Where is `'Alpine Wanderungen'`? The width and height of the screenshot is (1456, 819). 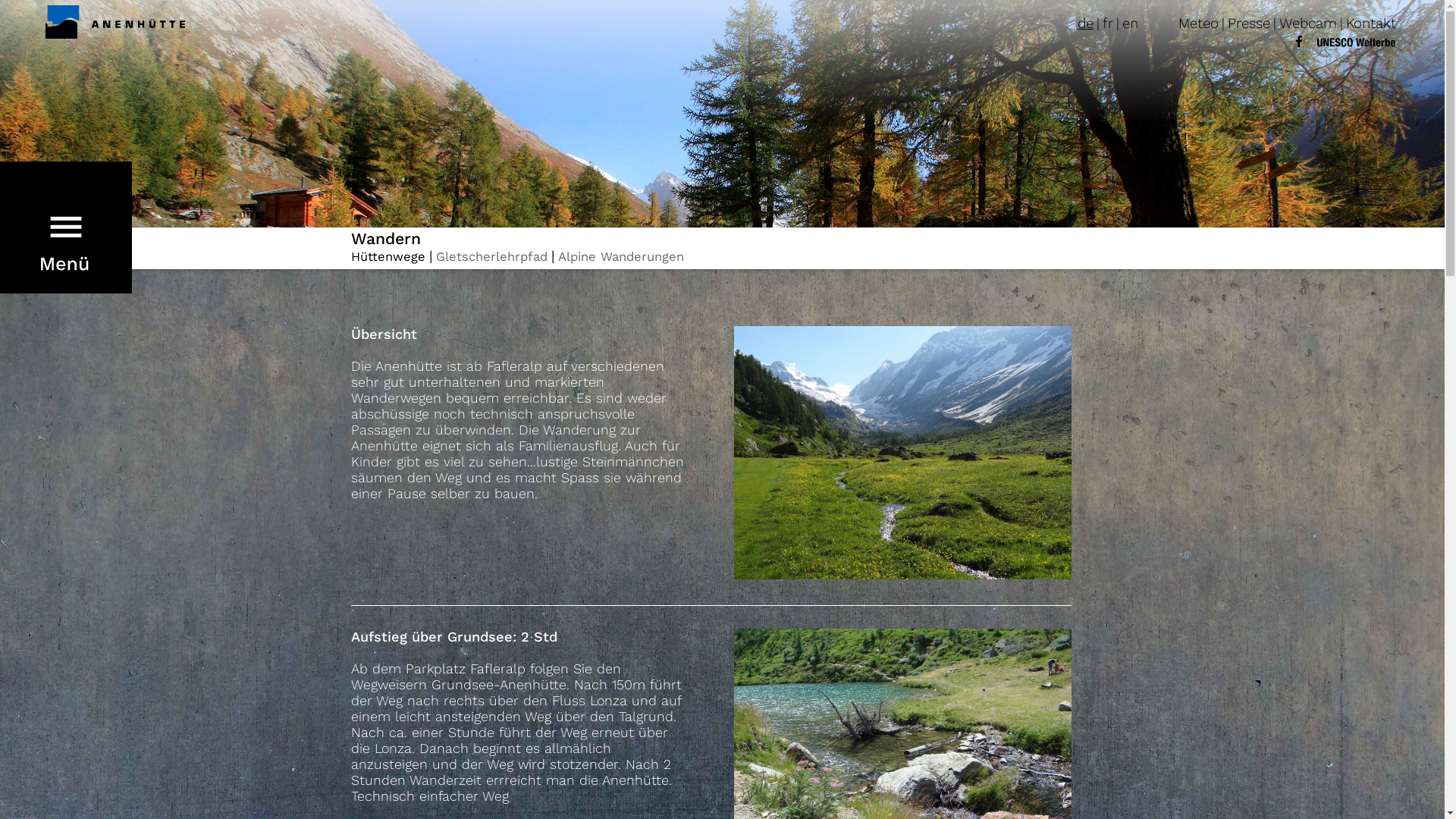
'Alpine Wanderungen' is located at coordinates (621, 256).